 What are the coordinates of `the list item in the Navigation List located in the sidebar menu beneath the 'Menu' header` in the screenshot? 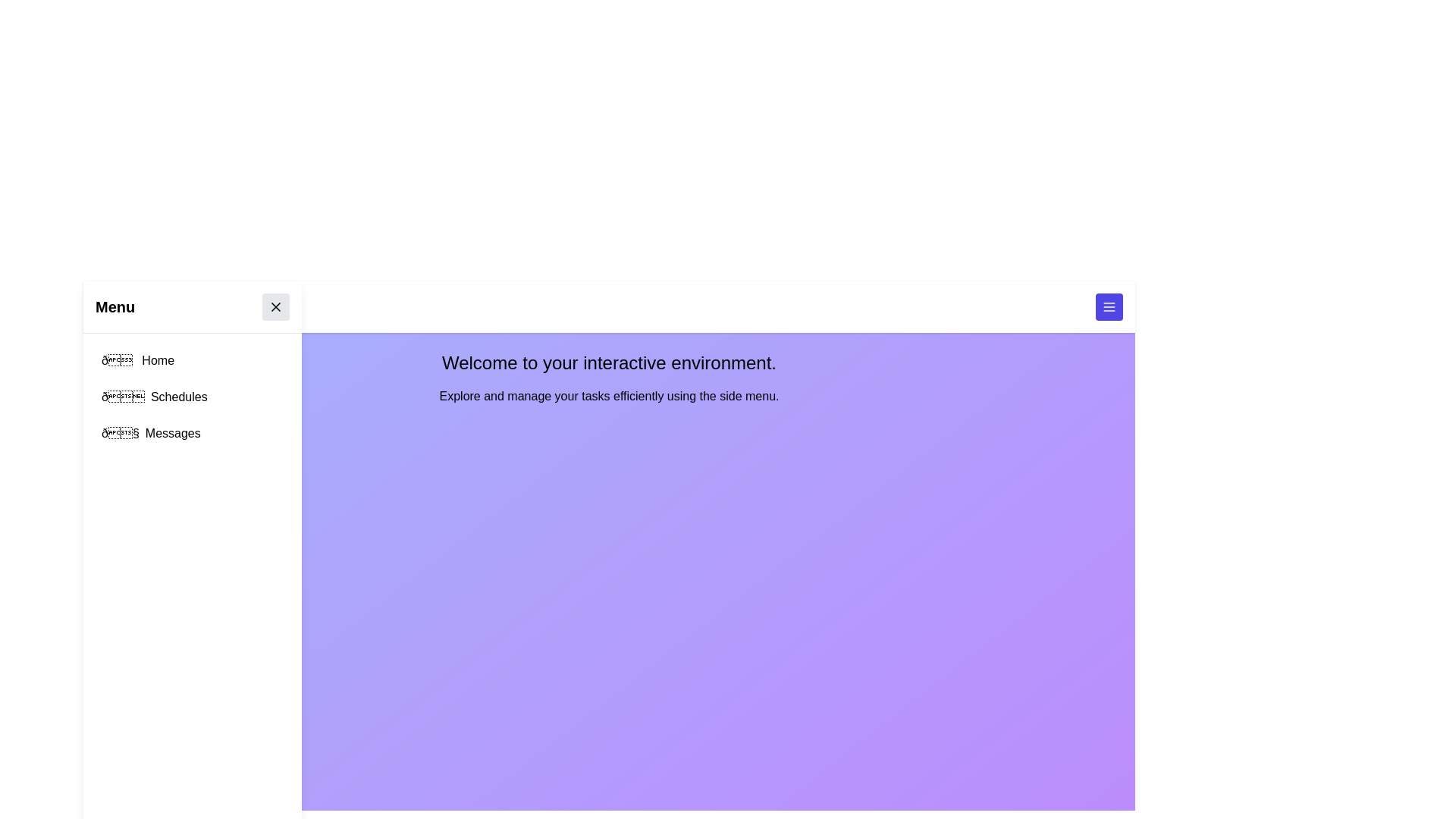 It's located at (192, 397).